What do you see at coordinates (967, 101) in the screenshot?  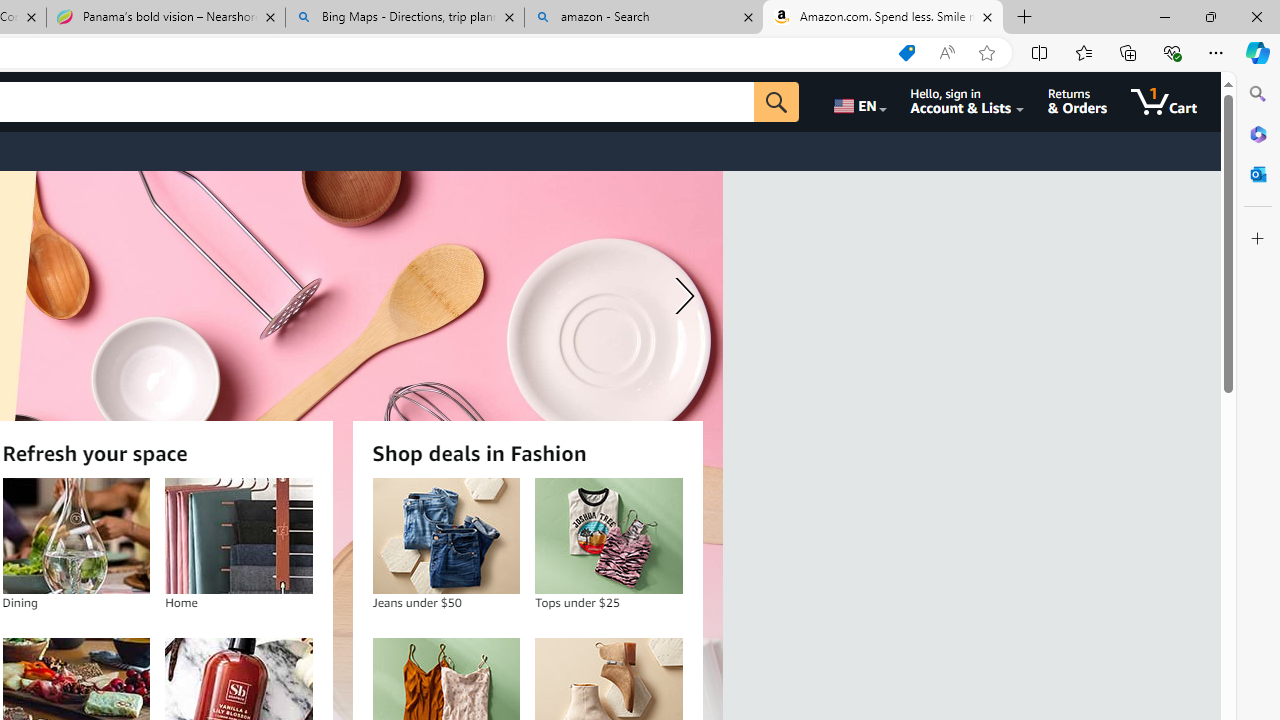 I see `'Hello, sign in Account & Lists'` at bounding box center [967, 101].